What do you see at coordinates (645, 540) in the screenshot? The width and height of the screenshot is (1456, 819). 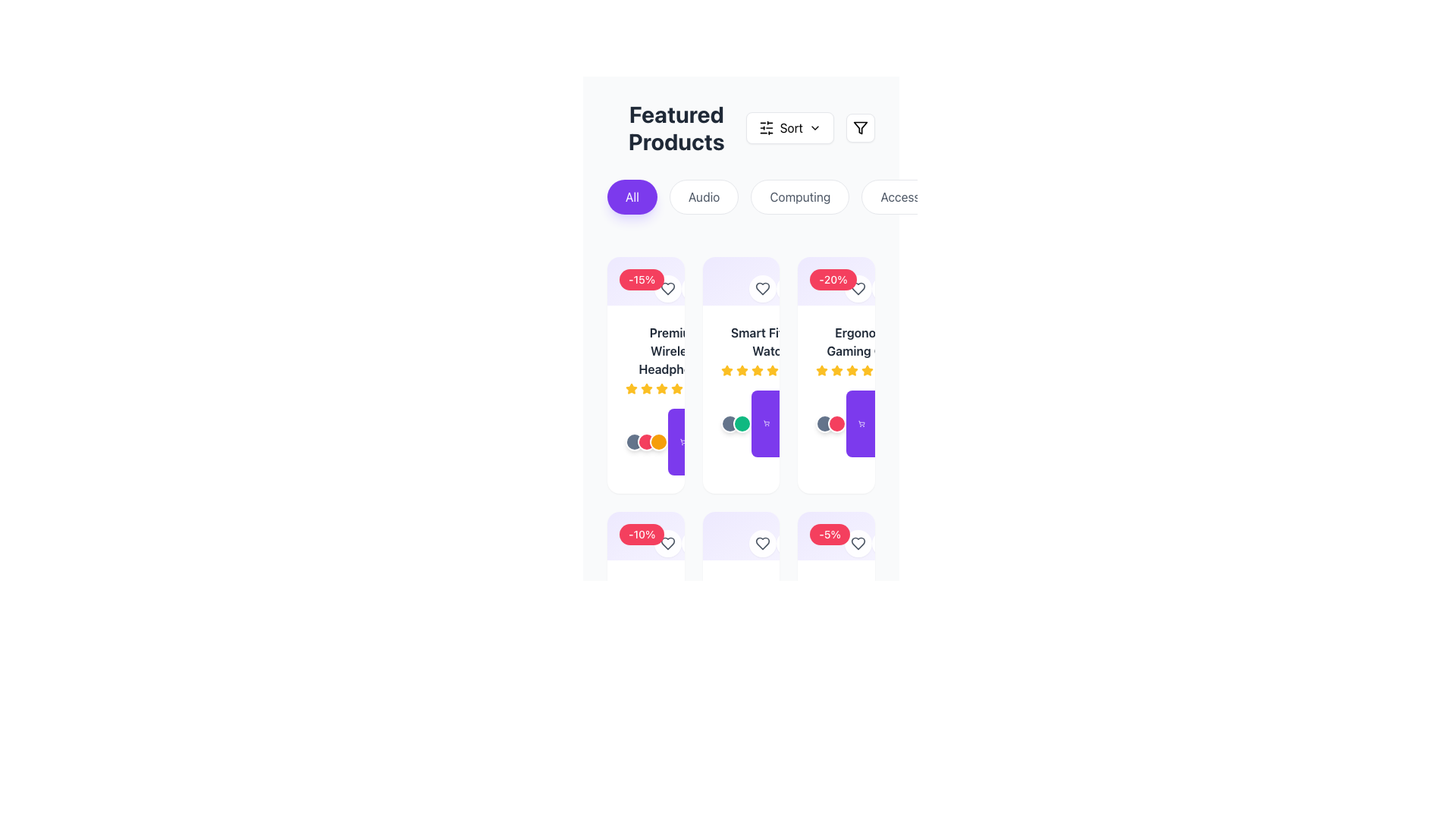 I see `the rounded badge with a red background displaying '-10%' located at the top-left corner of the product card` at bounding box center [645, 540].